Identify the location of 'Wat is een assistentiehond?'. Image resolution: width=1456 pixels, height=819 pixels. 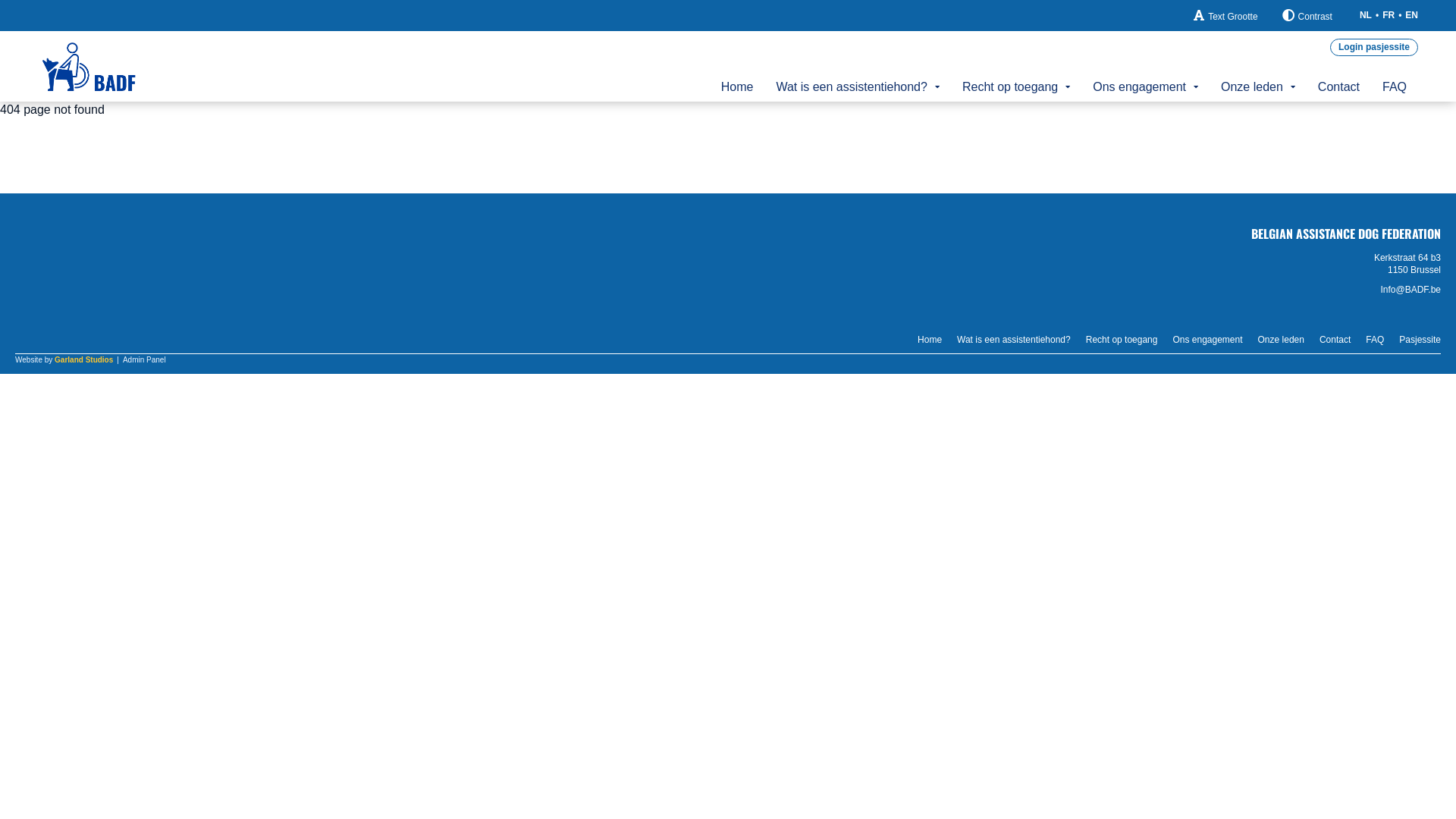
(1014, 338).